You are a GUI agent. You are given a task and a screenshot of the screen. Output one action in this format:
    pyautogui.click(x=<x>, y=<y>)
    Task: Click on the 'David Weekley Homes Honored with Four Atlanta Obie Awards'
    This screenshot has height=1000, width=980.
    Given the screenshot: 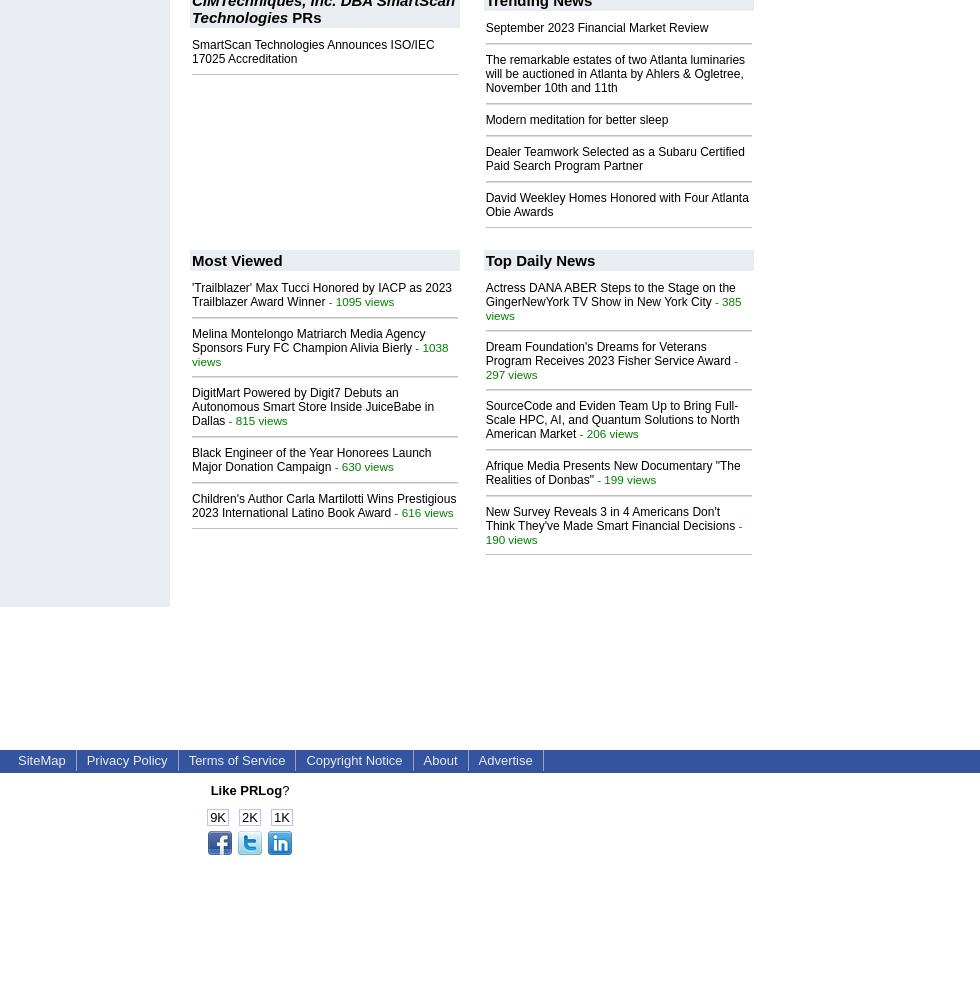 What is the action you would take?
    pyautogui.click(x=616, y=203)
    